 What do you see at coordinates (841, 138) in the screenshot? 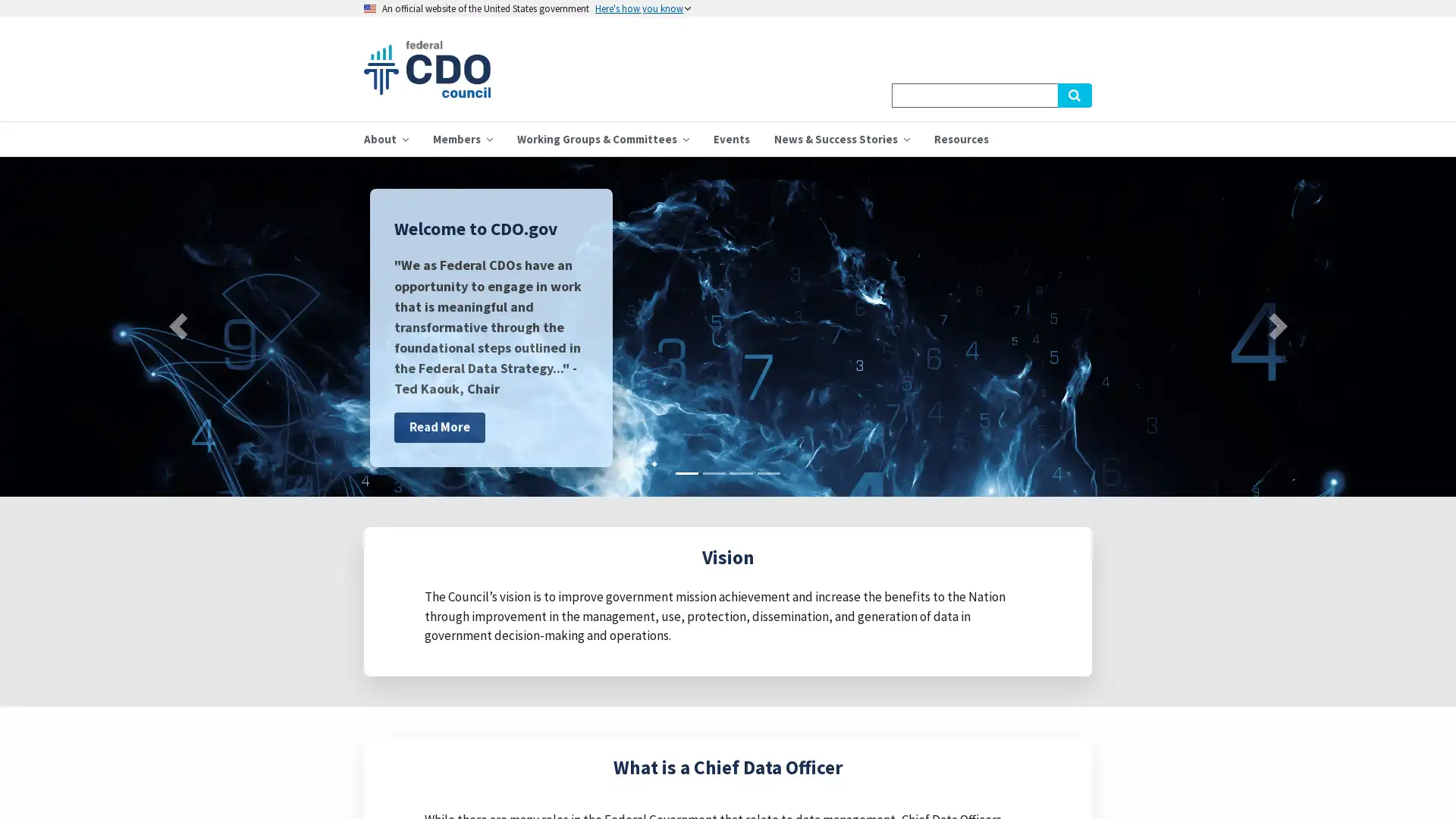
I see `News & Success Stories` at bounding box center [841, 138].